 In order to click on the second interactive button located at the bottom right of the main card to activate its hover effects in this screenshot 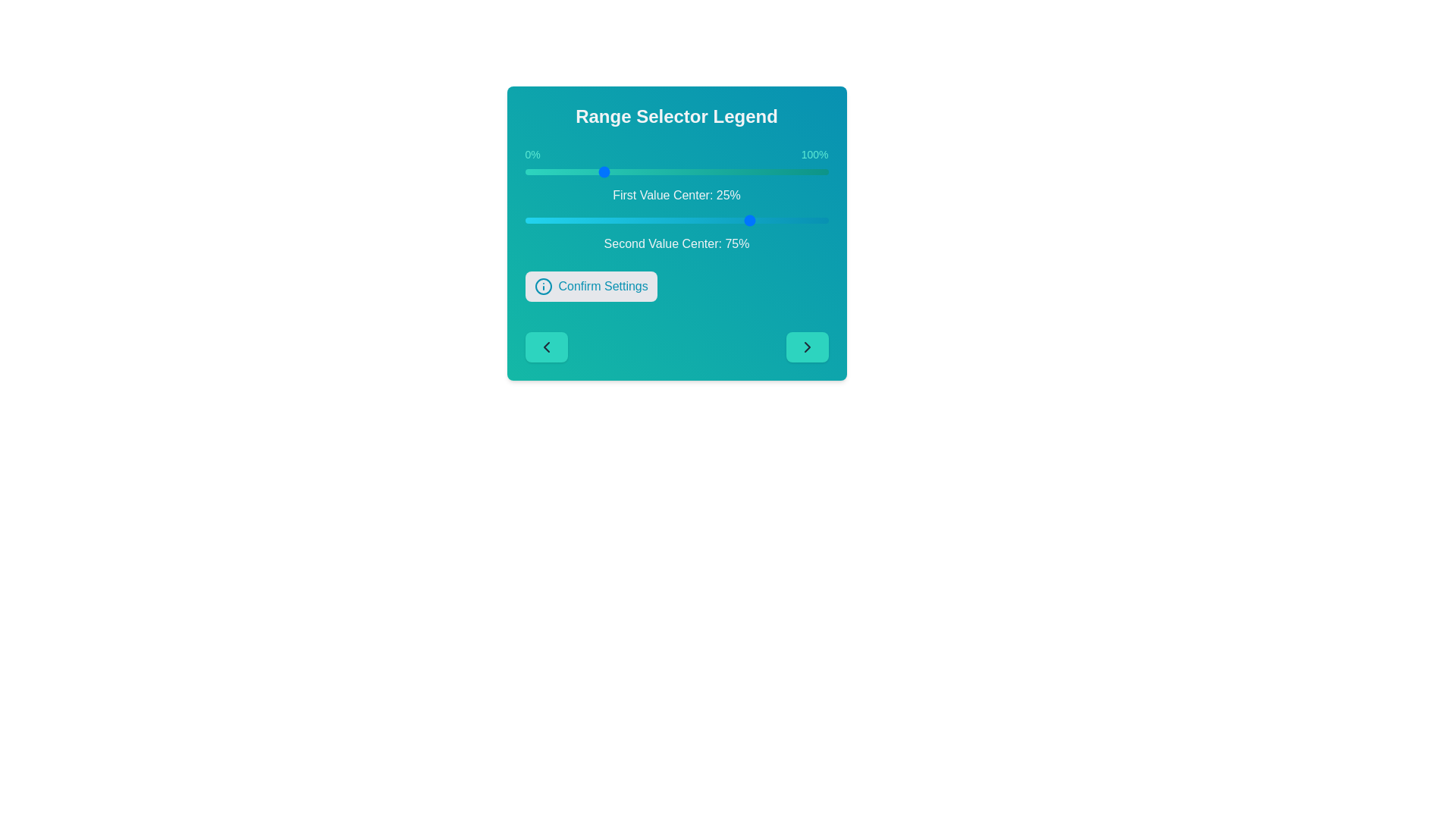, I will do `click(806, 347)`.